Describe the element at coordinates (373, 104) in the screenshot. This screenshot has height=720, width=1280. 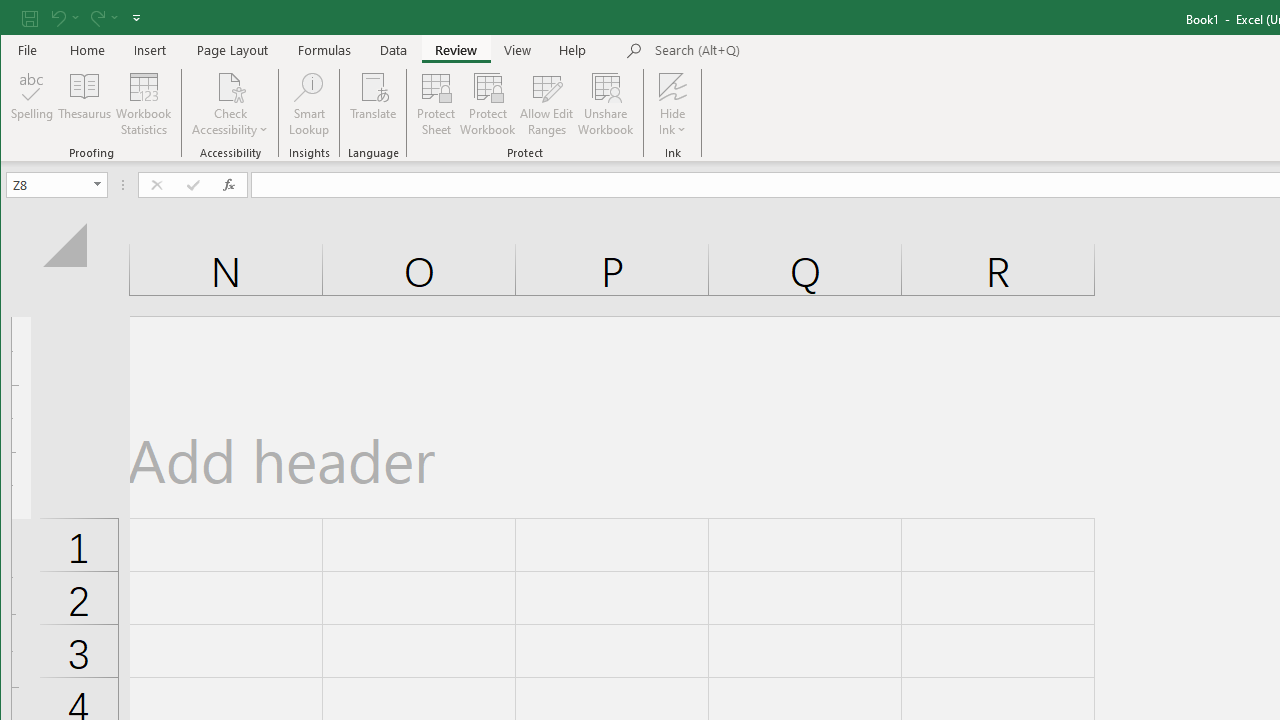
I see `'Translate'` at that location.